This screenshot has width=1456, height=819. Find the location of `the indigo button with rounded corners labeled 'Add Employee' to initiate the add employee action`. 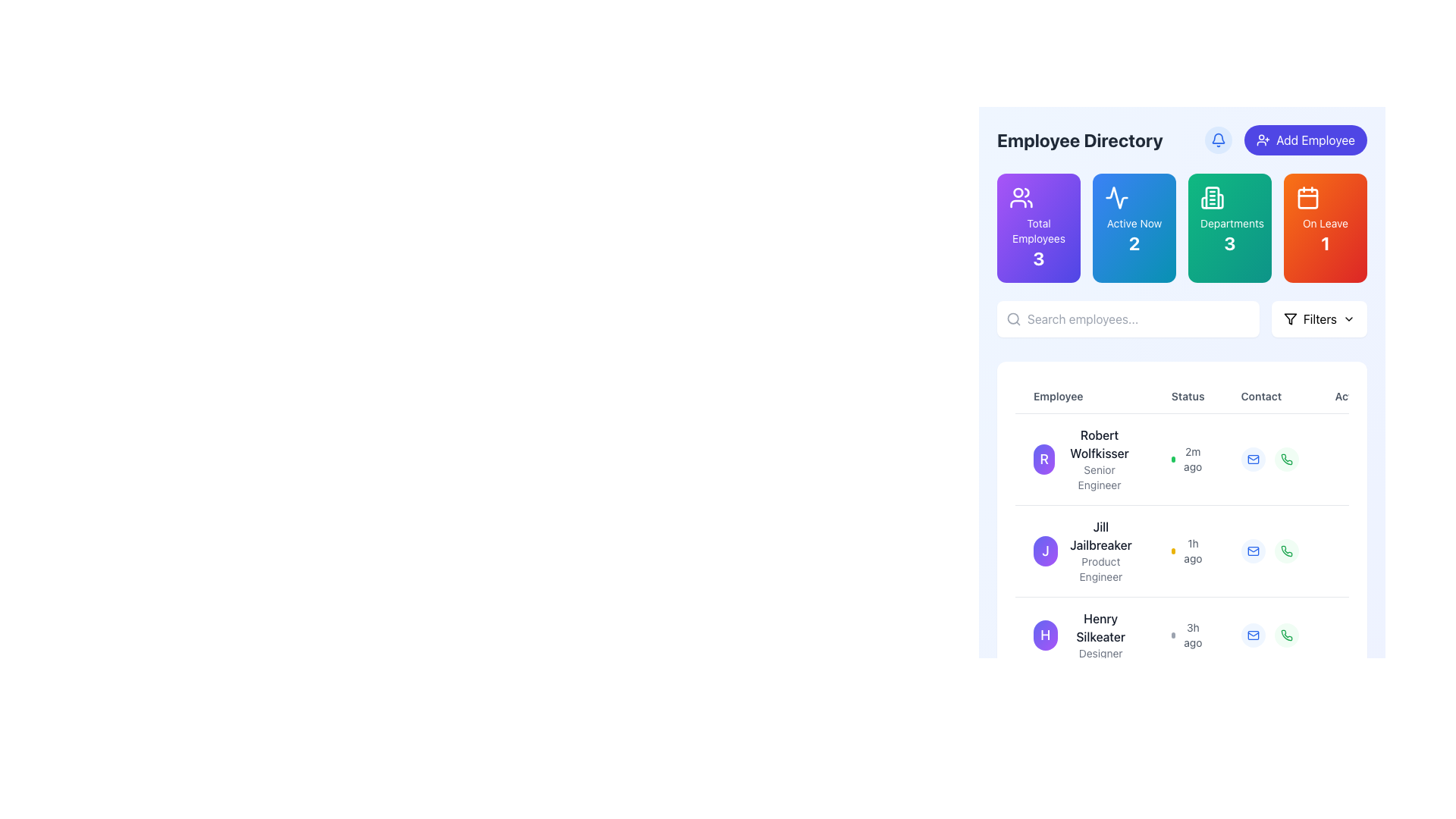

the indigo button with rounded corners labeled 'Add Employee' to initiate the add employee action is located at coordinates (1305, 140).